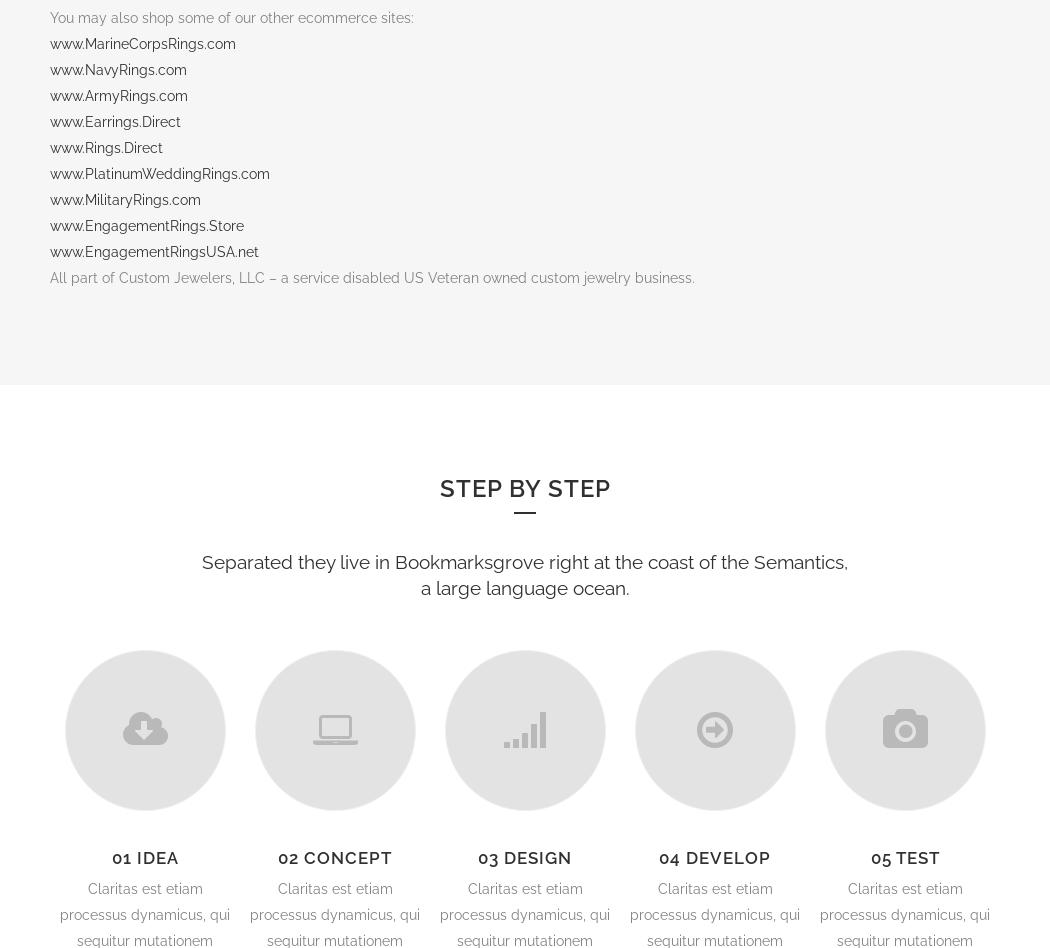  What do you see at coordinates (106, 146) in the screenshot?
I see `'www.Rings.Direct'` at bounding box center [106, 146].